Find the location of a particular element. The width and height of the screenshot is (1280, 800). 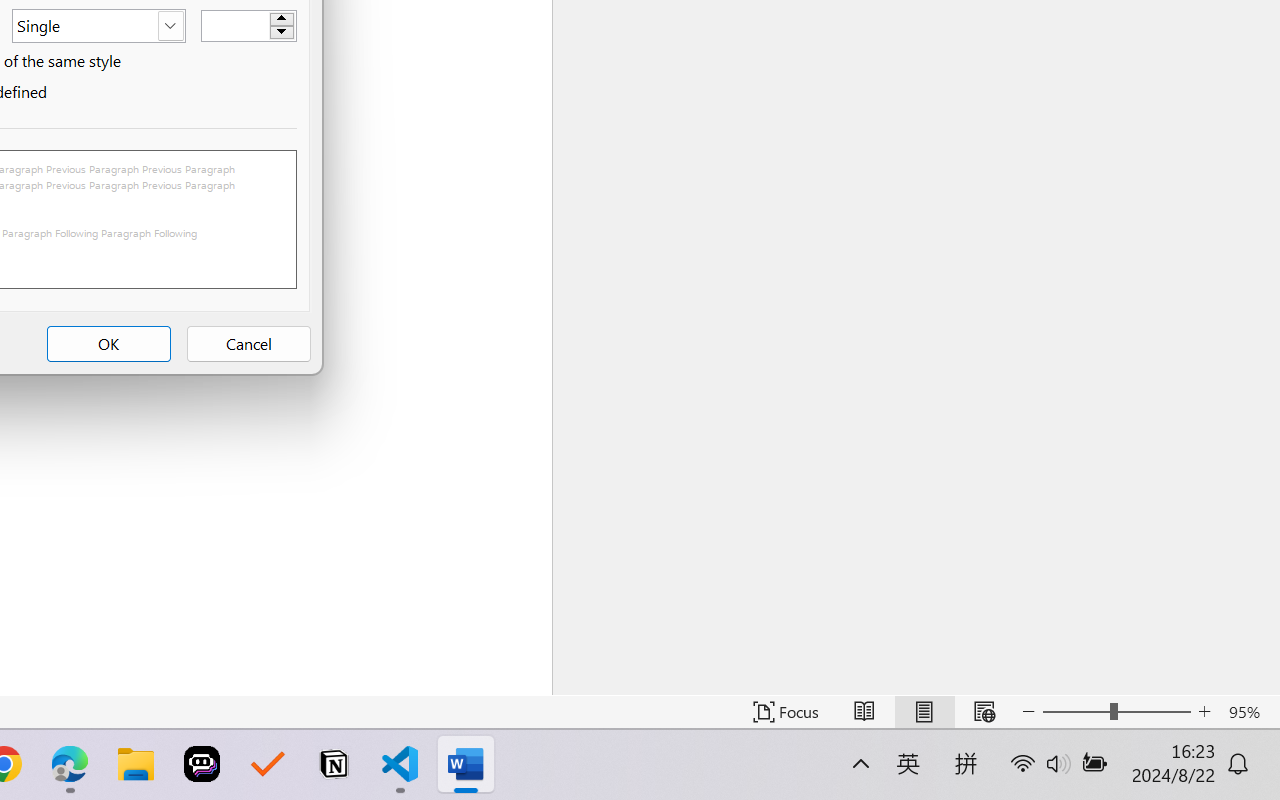

'OK' is located at coordinates (107, 344).